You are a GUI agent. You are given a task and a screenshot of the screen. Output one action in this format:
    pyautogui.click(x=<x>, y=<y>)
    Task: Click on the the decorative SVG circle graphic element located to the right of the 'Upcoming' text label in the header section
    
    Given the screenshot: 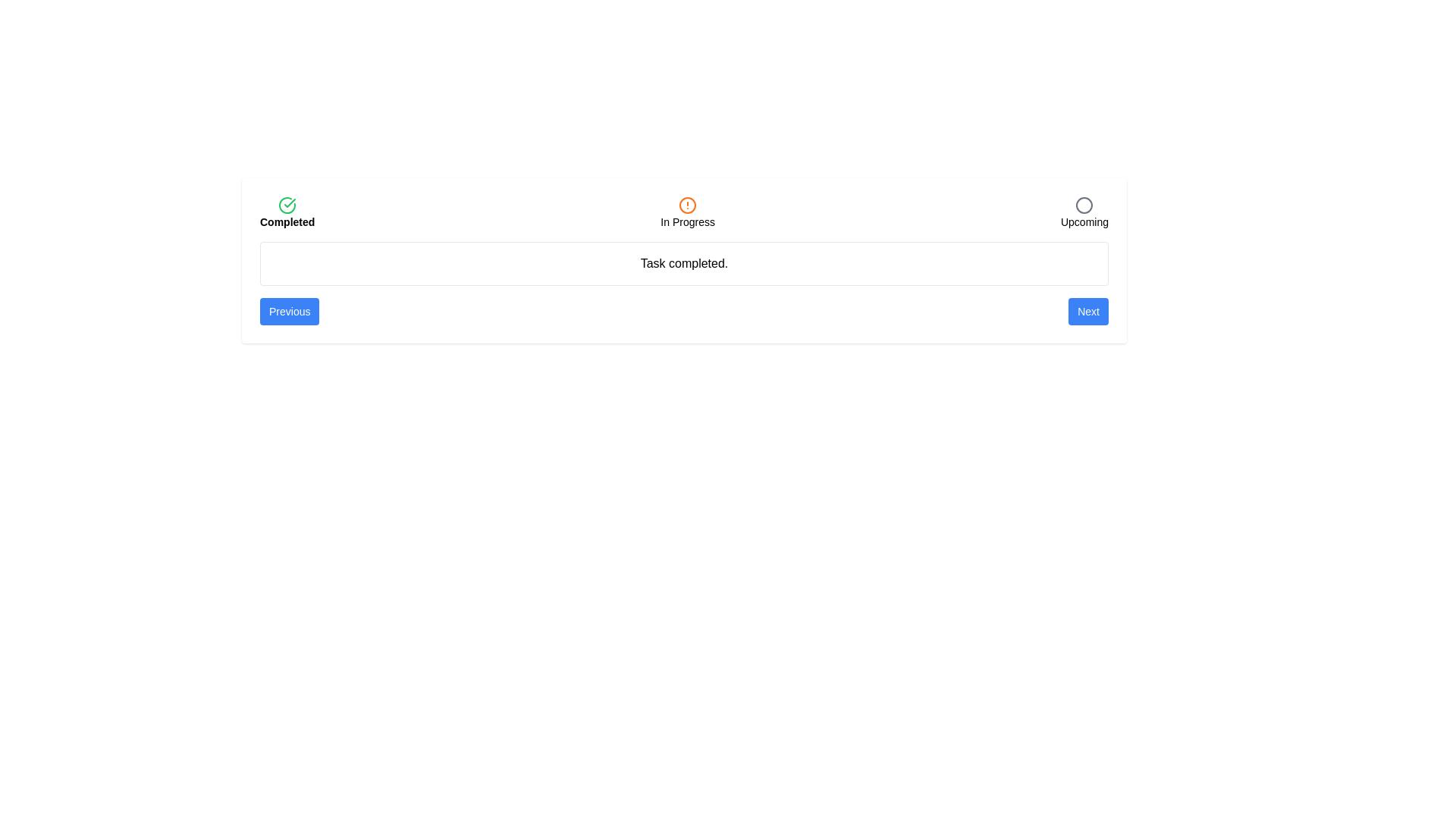 What is the action you would take?
    pyautogui.click(x=1084, y=205)
    